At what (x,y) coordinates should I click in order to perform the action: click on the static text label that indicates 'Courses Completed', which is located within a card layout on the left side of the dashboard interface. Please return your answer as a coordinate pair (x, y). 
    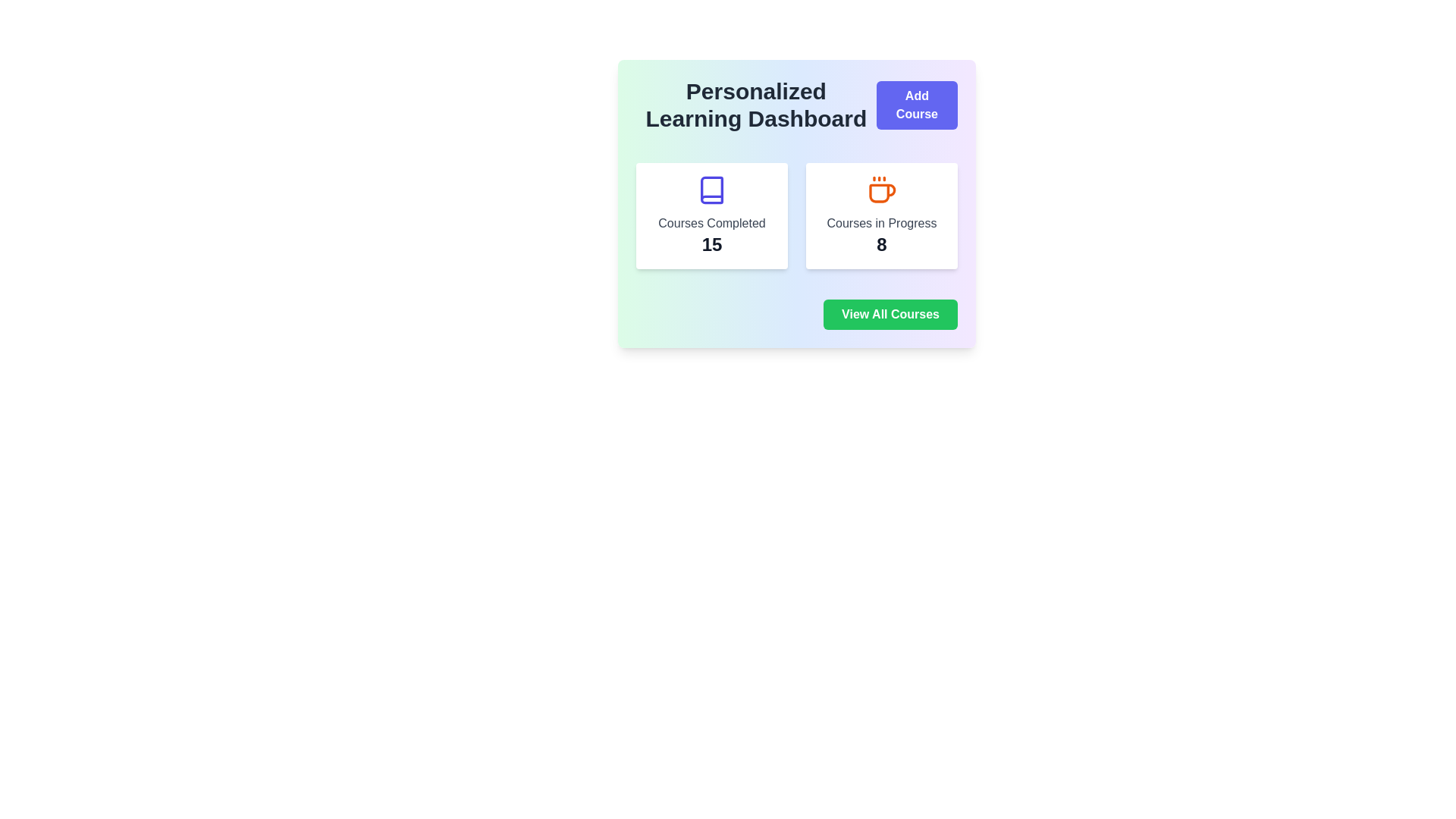
    Looking at the image, I should click on (711, 223).